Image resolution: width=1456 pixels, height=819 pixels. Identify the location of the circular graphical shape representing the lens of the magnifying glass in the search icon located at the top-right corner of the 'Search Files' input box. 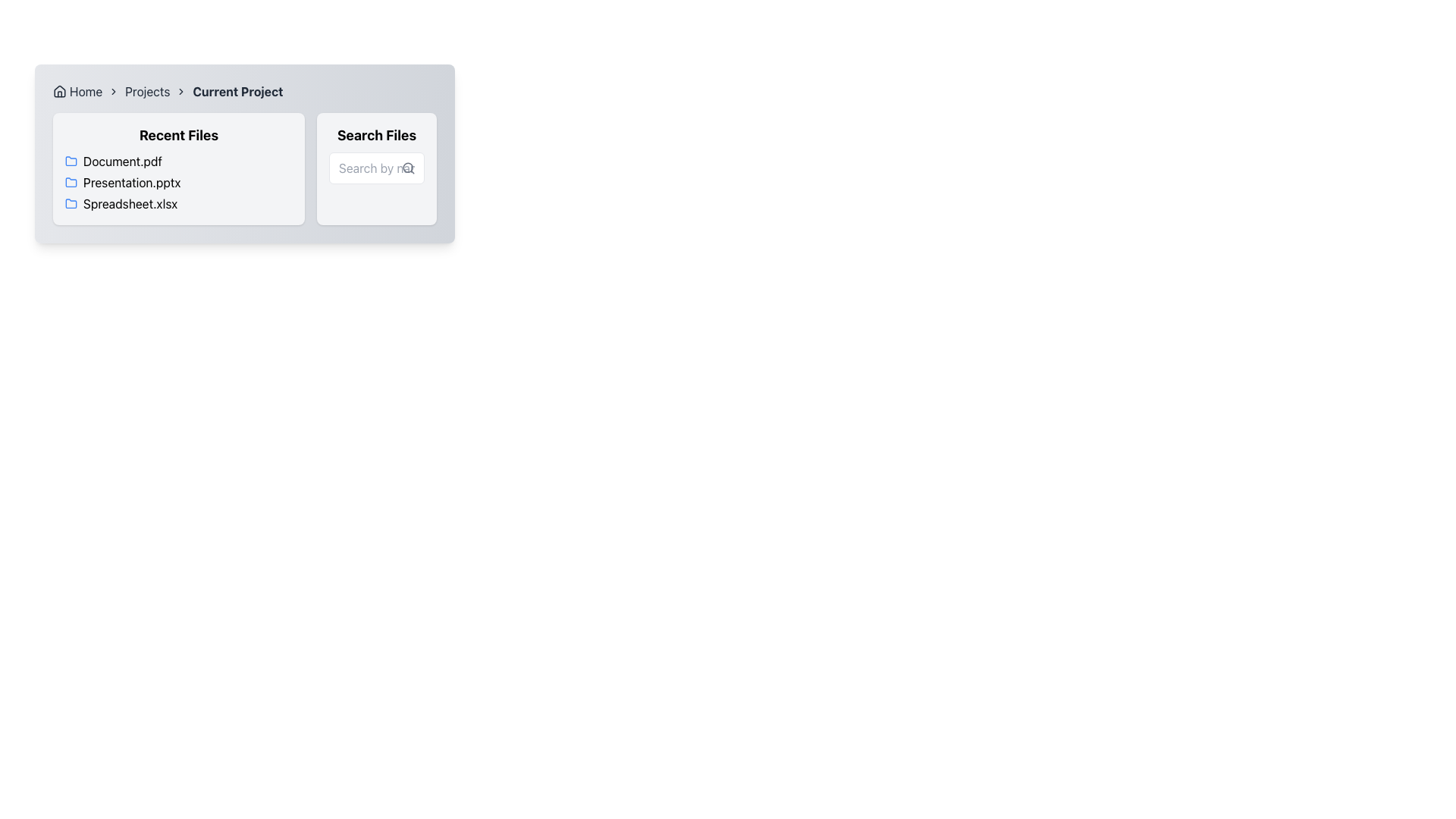
(408, 168).